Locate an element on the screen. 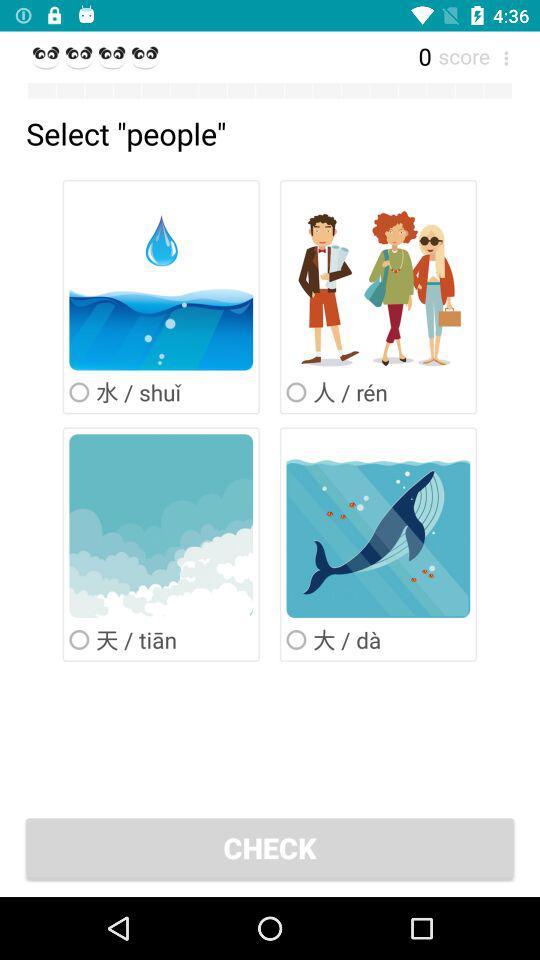 This screenshot has height=960, width=540. the check is located at coordinates (270, 846).